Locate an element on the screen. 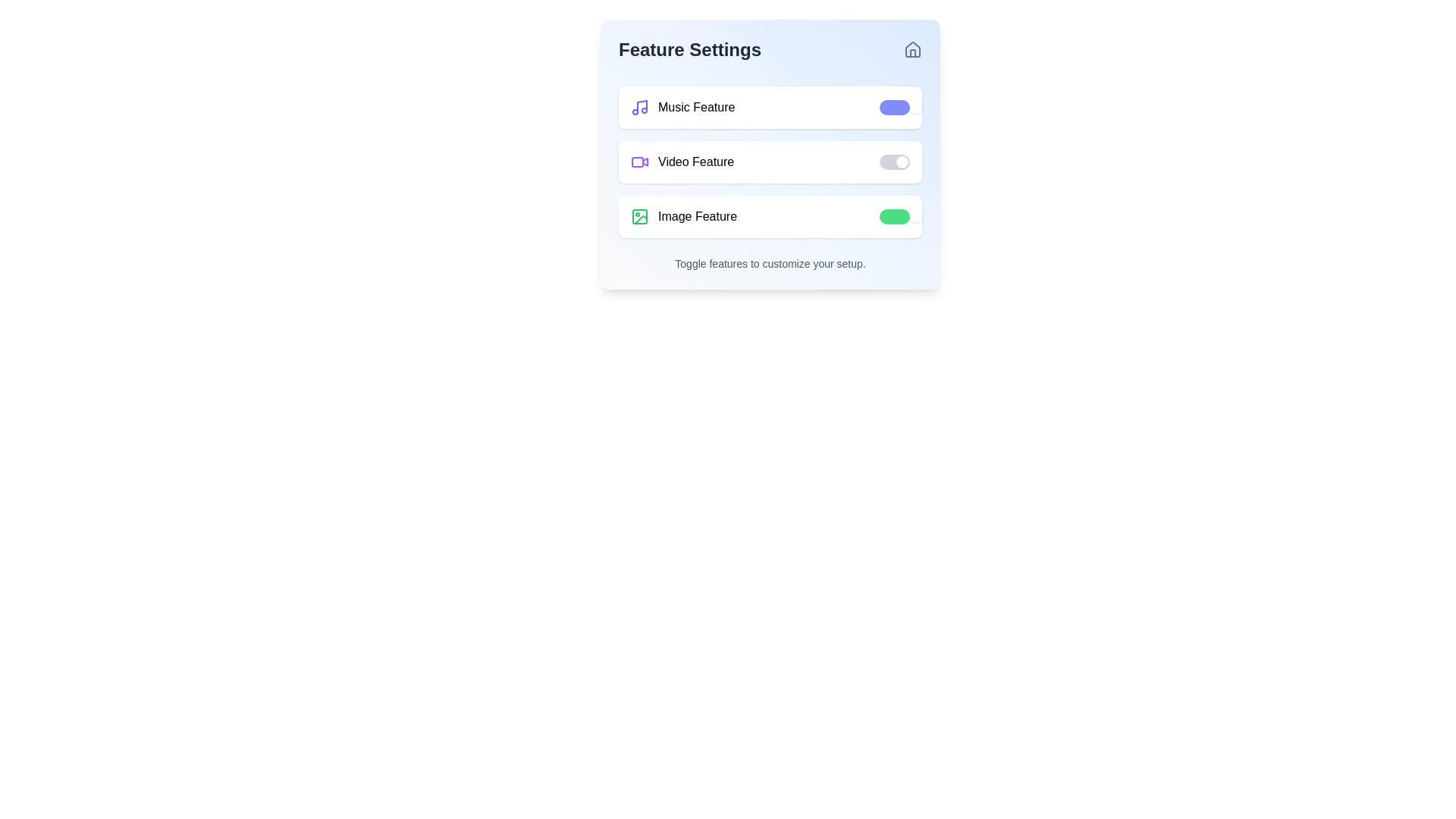  the specific feature rows of the Settings panel that contains 'Music Feature', 'Video Feature', and 'Image Feature' is located at coordinates (770, 155).